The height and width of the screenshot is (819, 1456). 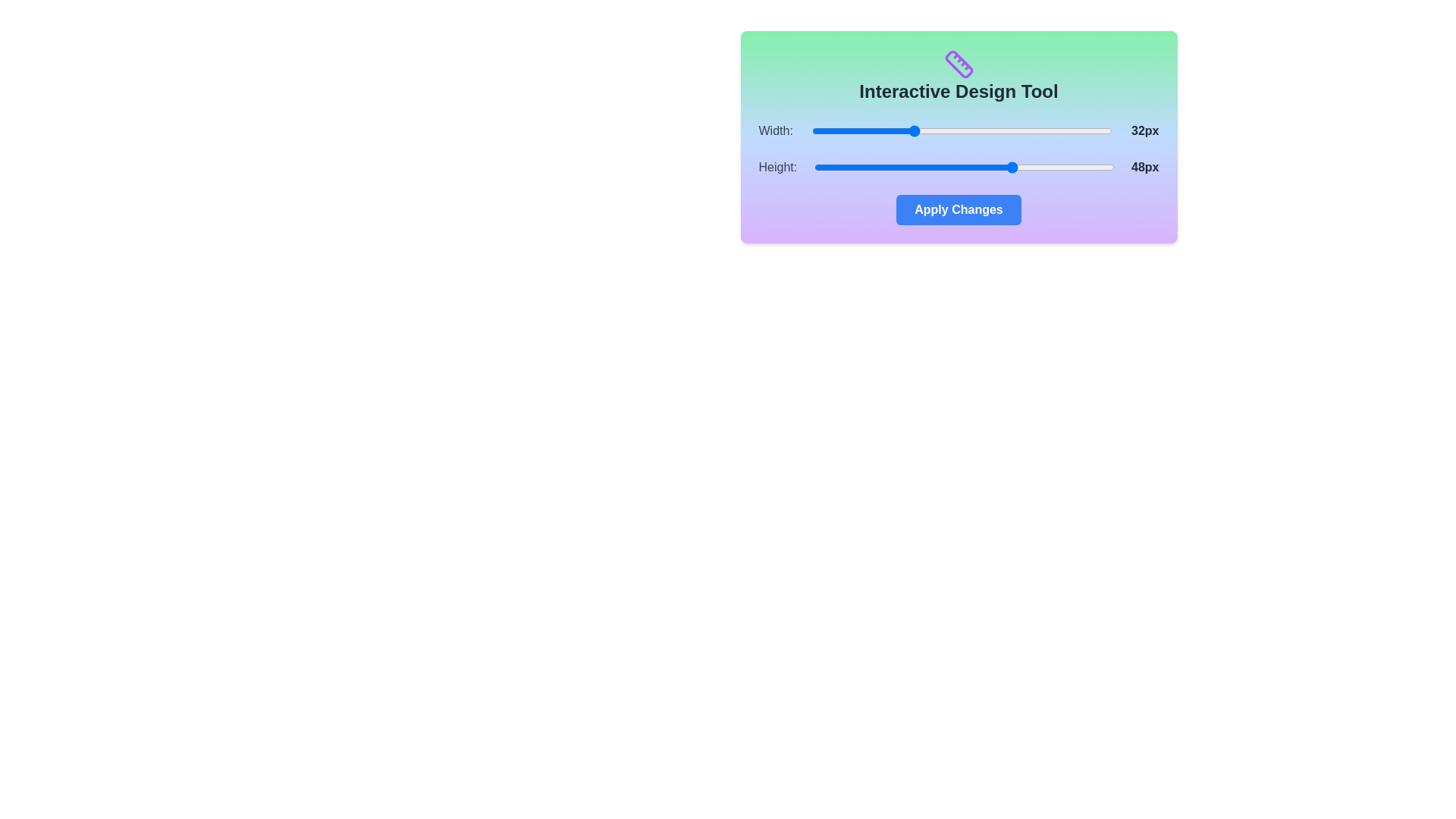 What do you see at coordinates (895, 167) in the screenshot?
I see `the 'Height' slider to set its value to 29` at bounding box center [895, 167].